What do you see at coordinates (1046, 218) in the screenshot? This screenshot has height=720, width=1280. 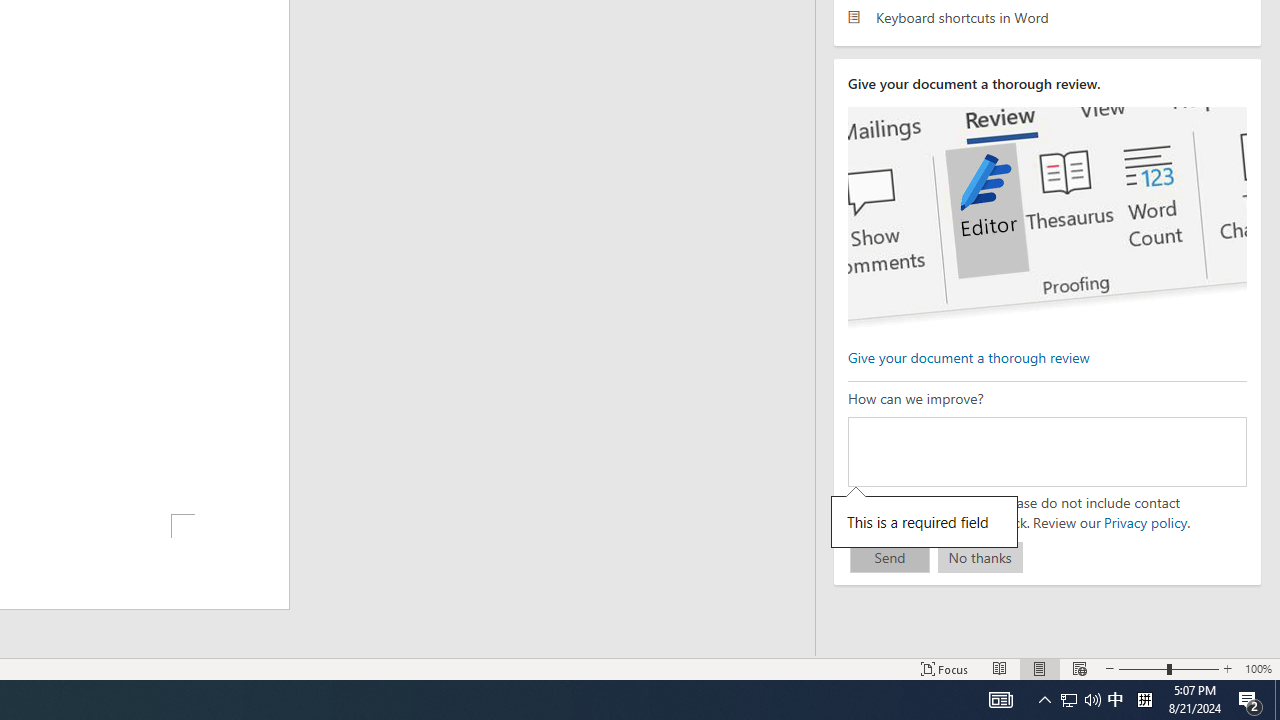 I see `'editor ui screenshot'` at bounding box center [1046, 218].